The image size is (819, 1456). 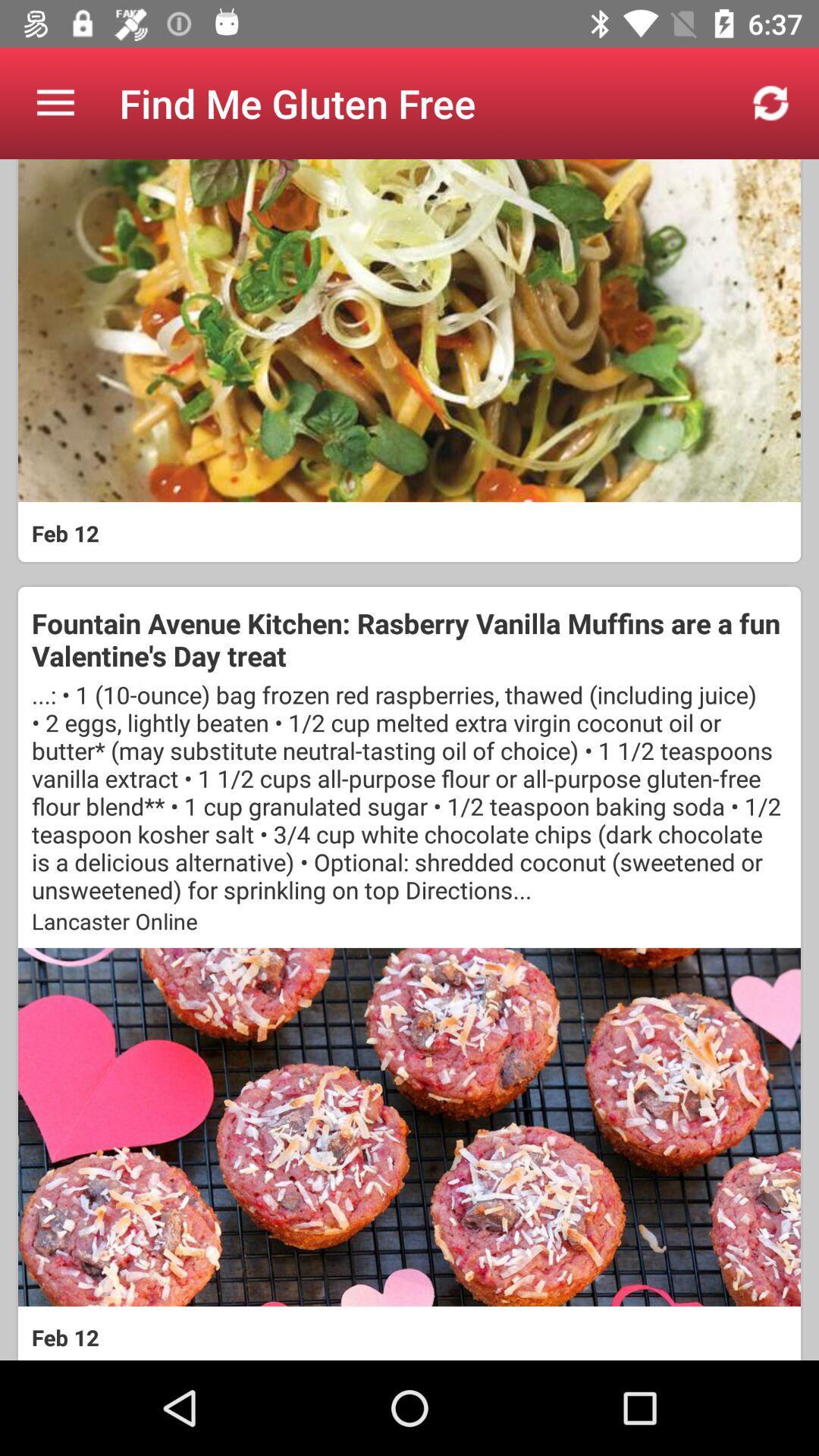 What do you see at coordinates (409, 791) in the screenshot?
I see `the icon below fountain avenue kitchen icon` at bounding box center [409, 791].